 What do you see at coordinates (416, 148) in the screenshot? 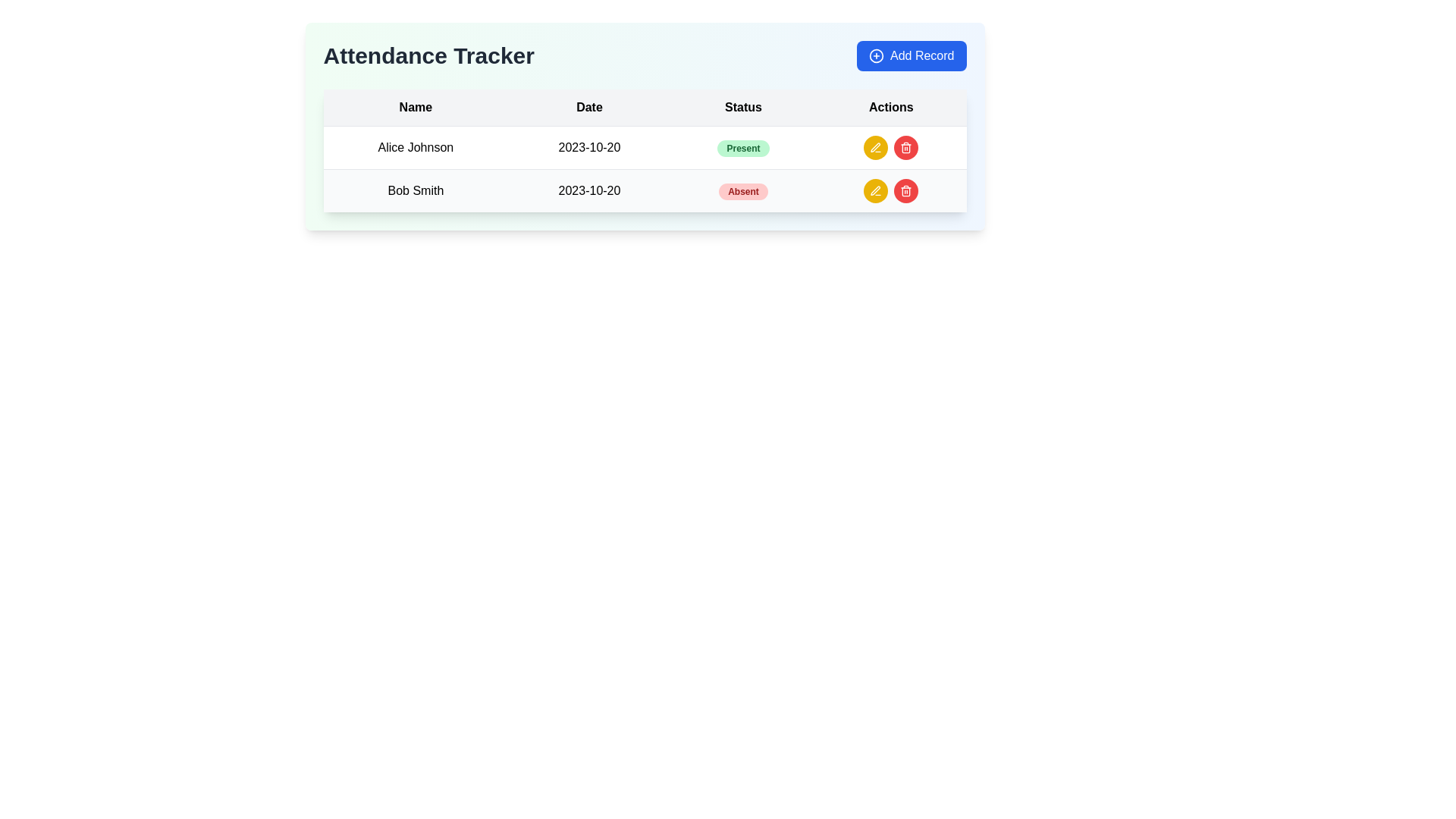
I see `the text label displaying 'Alice Johnson' in the attendance tracker interface, located in the second row under the 'Name' column` at bounding box center [416, 148].